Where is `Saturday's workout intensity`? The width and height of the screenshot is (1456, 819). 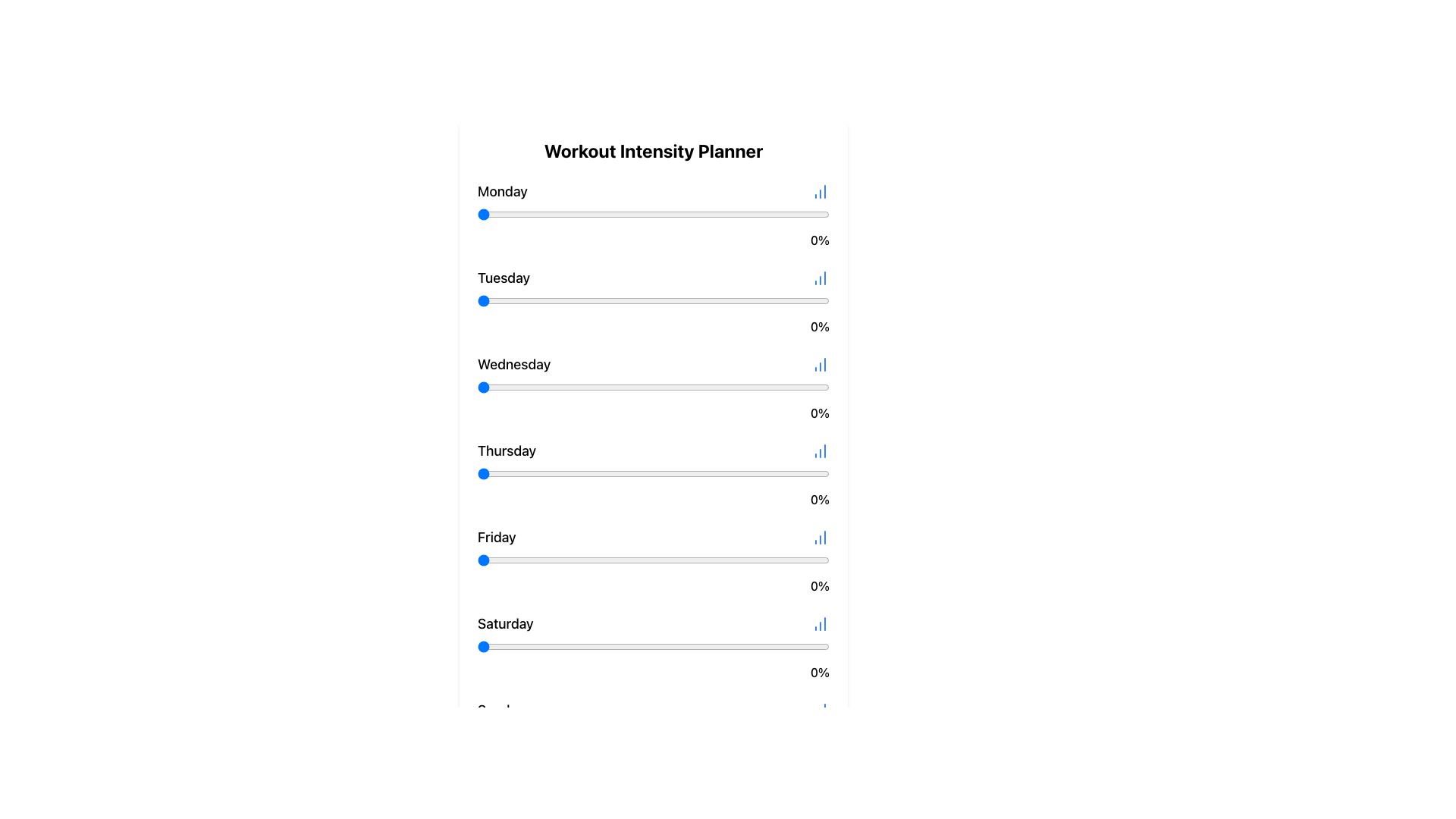 Saturday's workout intensity is located at coordinates (572, 646).